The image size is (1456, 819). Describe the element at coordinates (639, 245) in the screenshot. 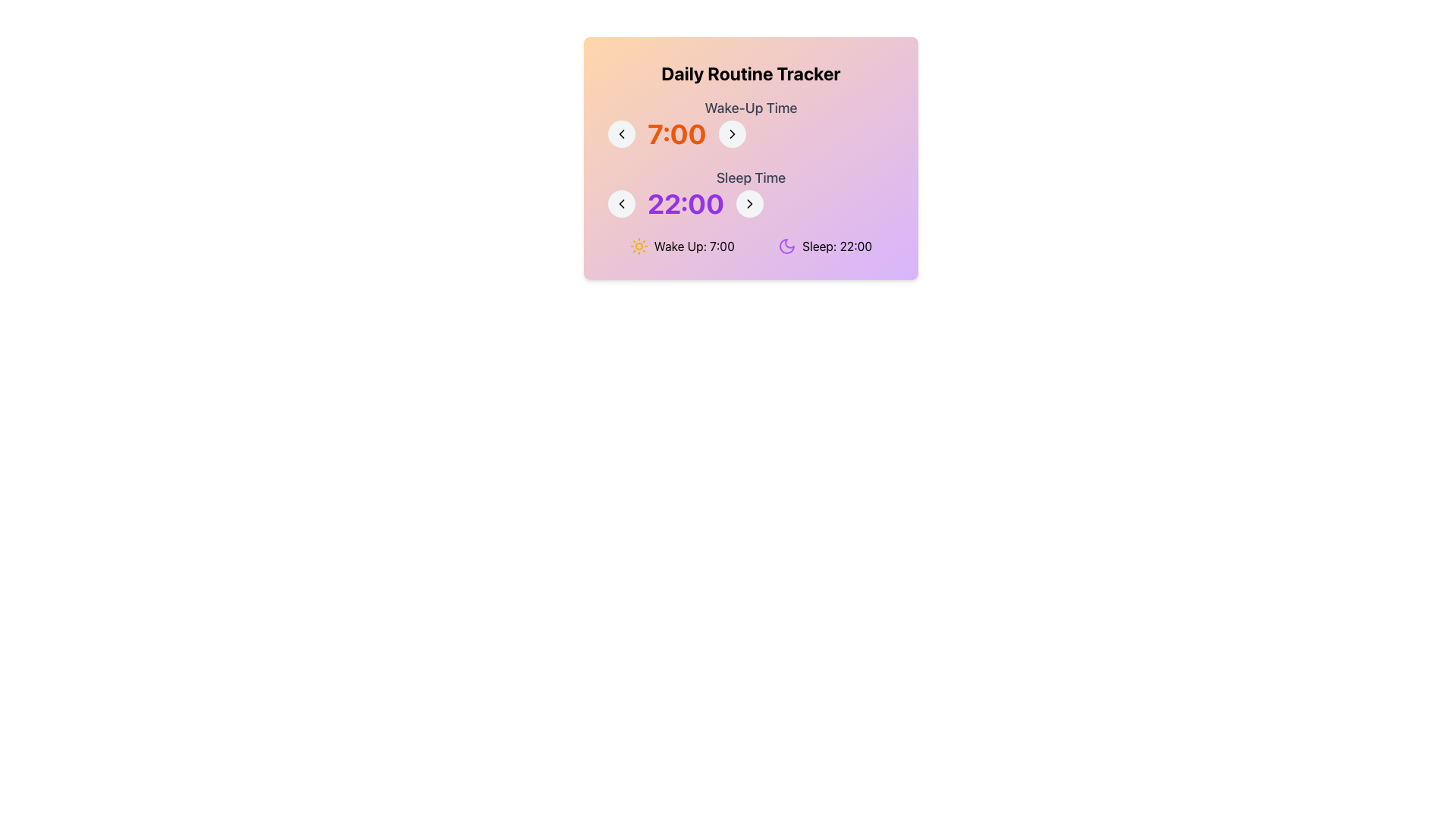

I see `the Decorative sun icon, which is bright yellow with eight rays, located to the left of the text 'Wake Up: 7:00'` at that location.